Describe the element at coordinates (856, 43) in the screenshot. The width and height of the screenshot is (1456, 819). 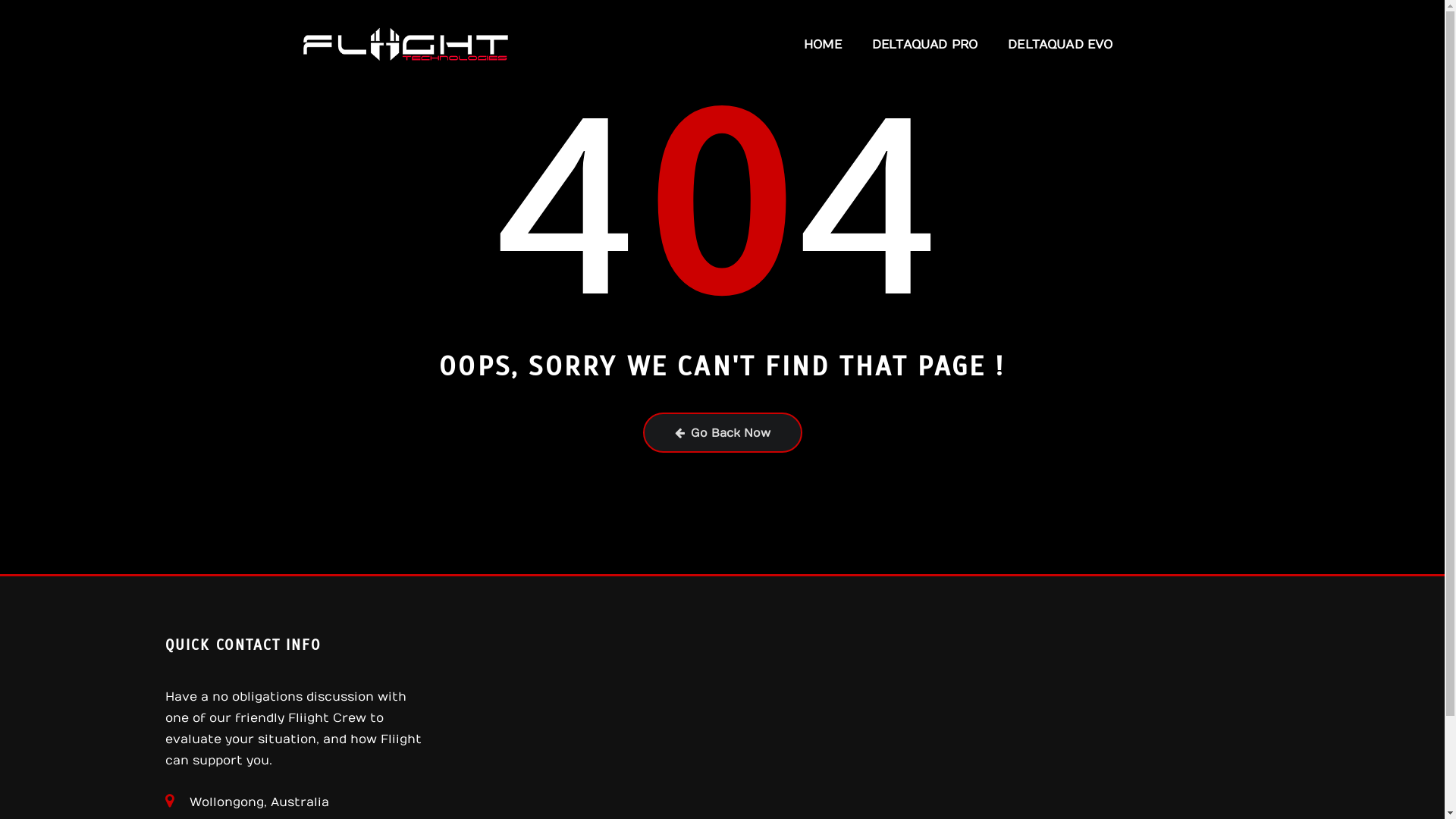
I see `'DELTAQUAD PRO'` at that location.